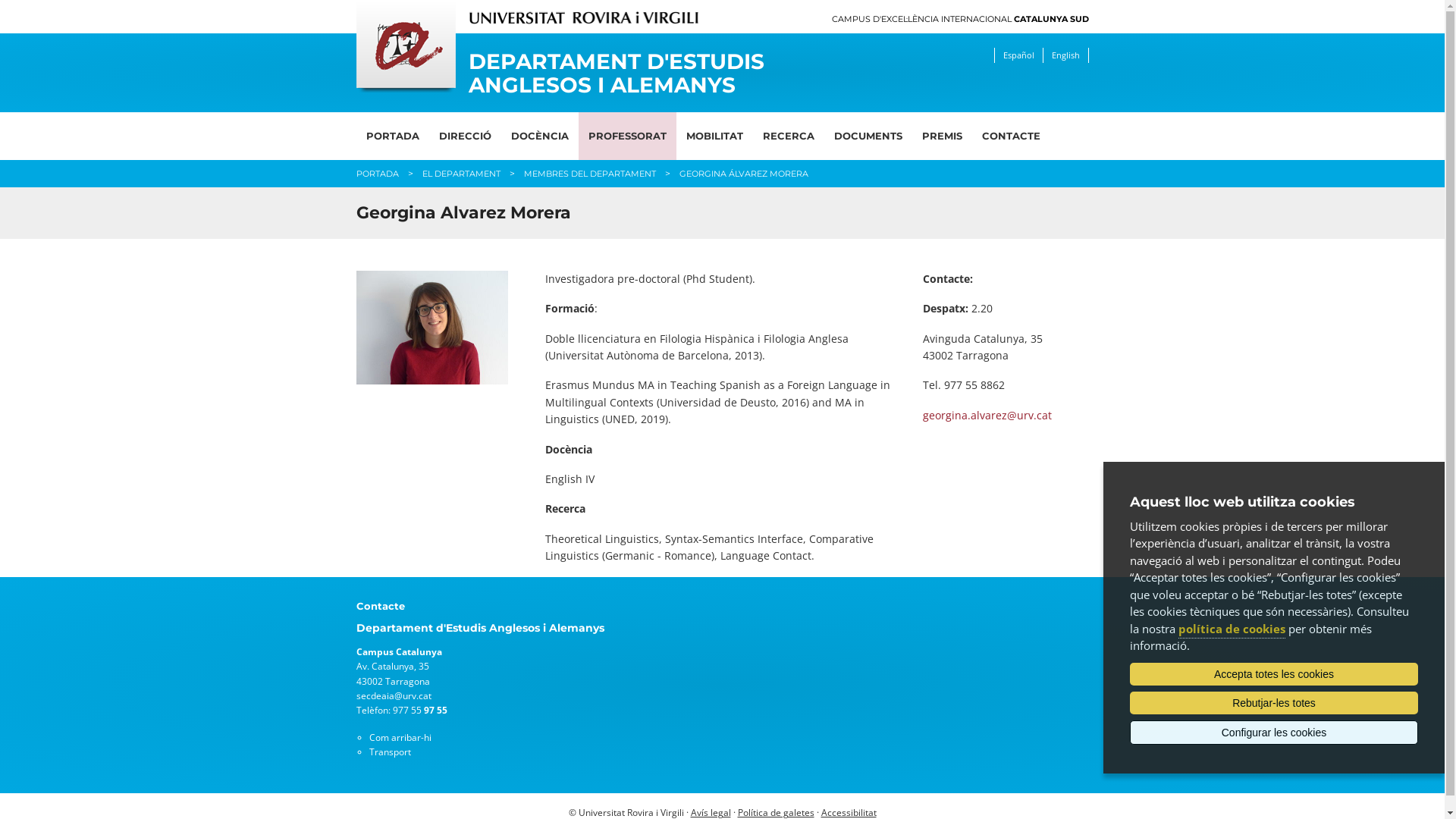  I want to click on 'PORTADA', so click(356, 172).